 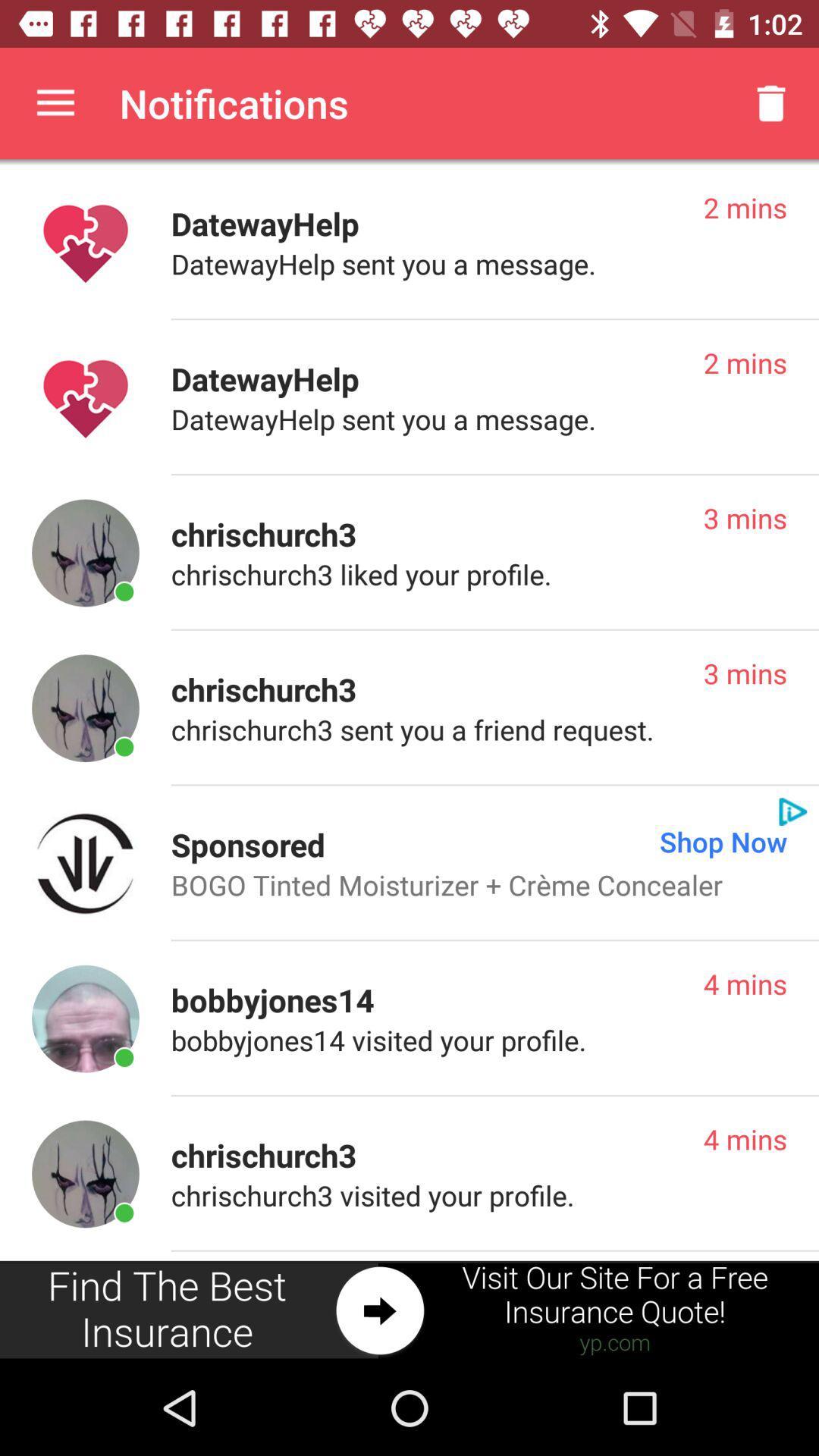 What do you see at coordinates (85, 863) in the screenshot?
I see `open sponsored content` at bounding box center [85, 863].